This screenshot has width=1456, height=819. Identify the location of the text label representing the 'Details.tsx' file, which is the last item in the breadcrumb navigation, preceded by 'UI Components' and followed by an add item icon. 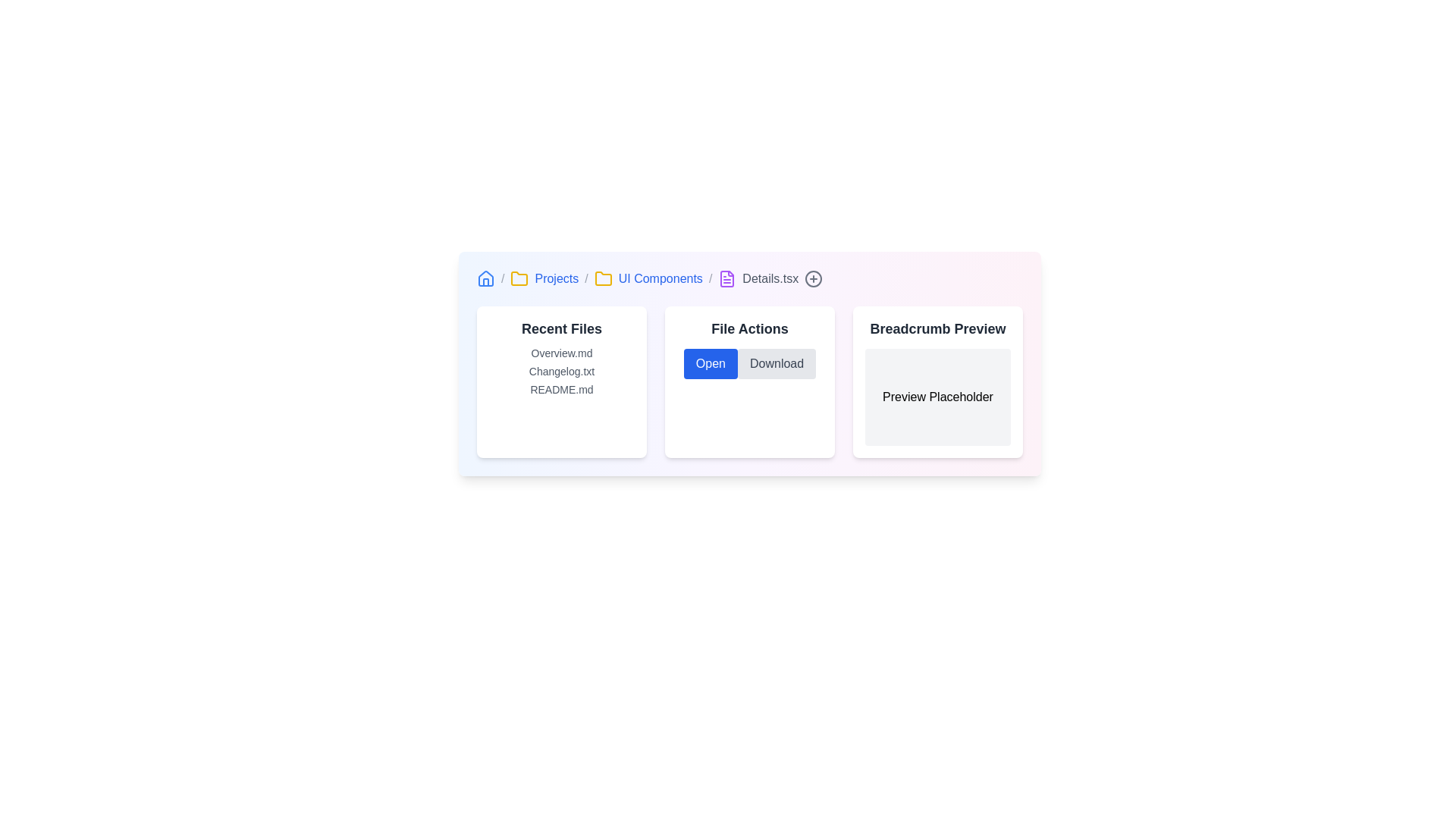
(770, 278).